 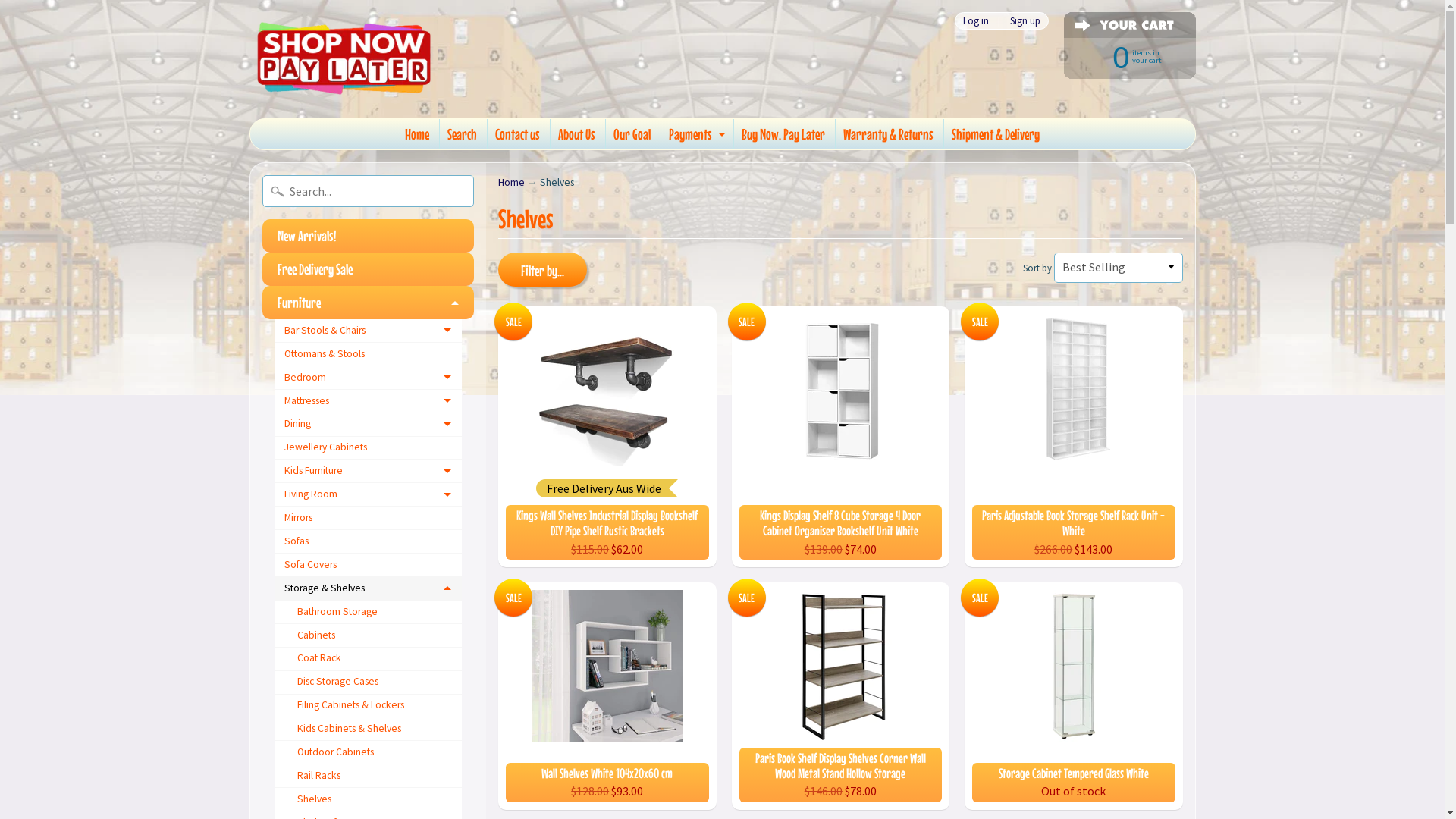 What do you see at coordinates (954, 20) in the screenshot?
I see `'Log in'` at bounding box center [954, 20].